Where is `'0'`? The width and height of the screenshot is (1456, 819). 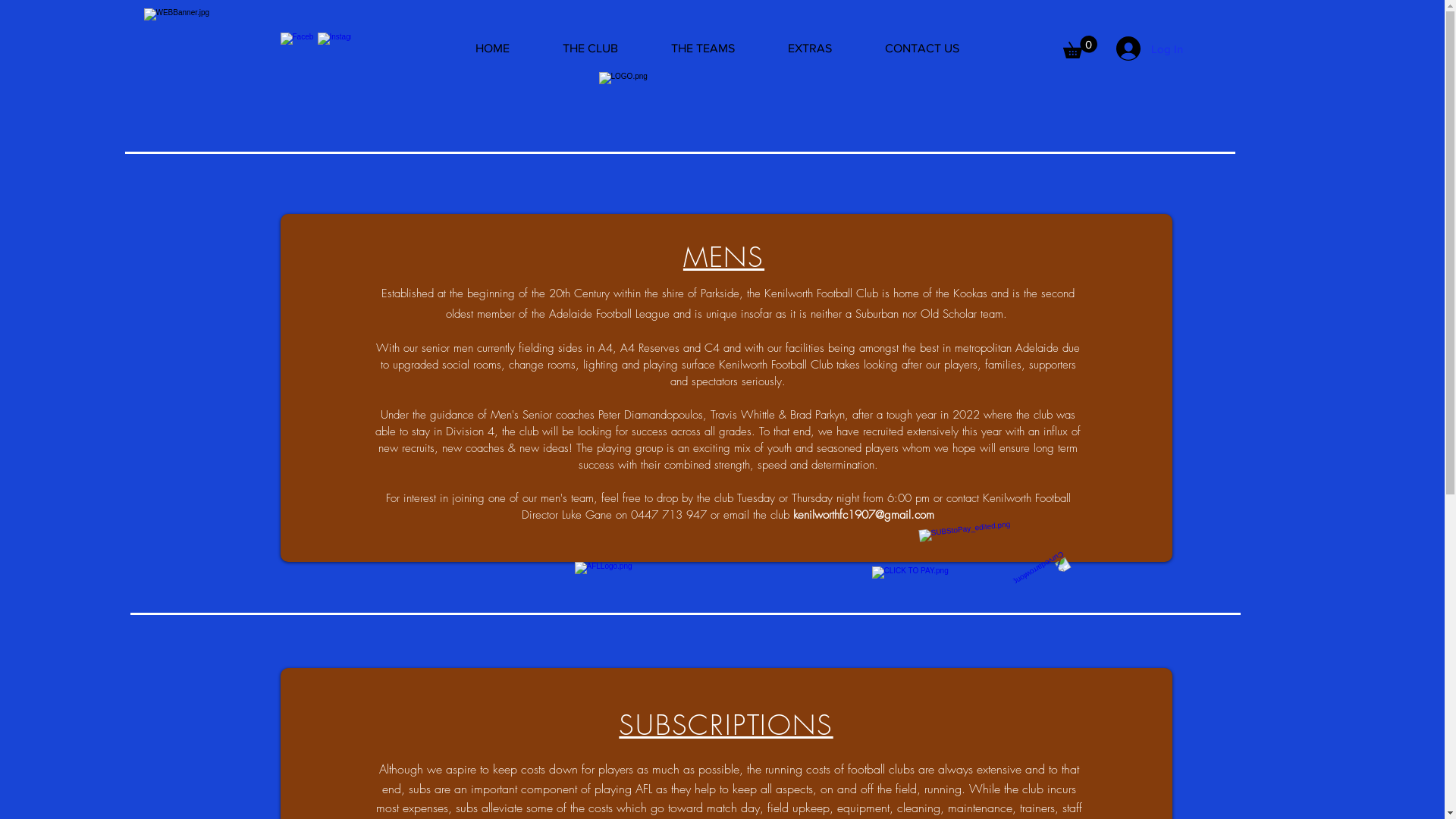 '0' is located at coordinates (1079, 45).